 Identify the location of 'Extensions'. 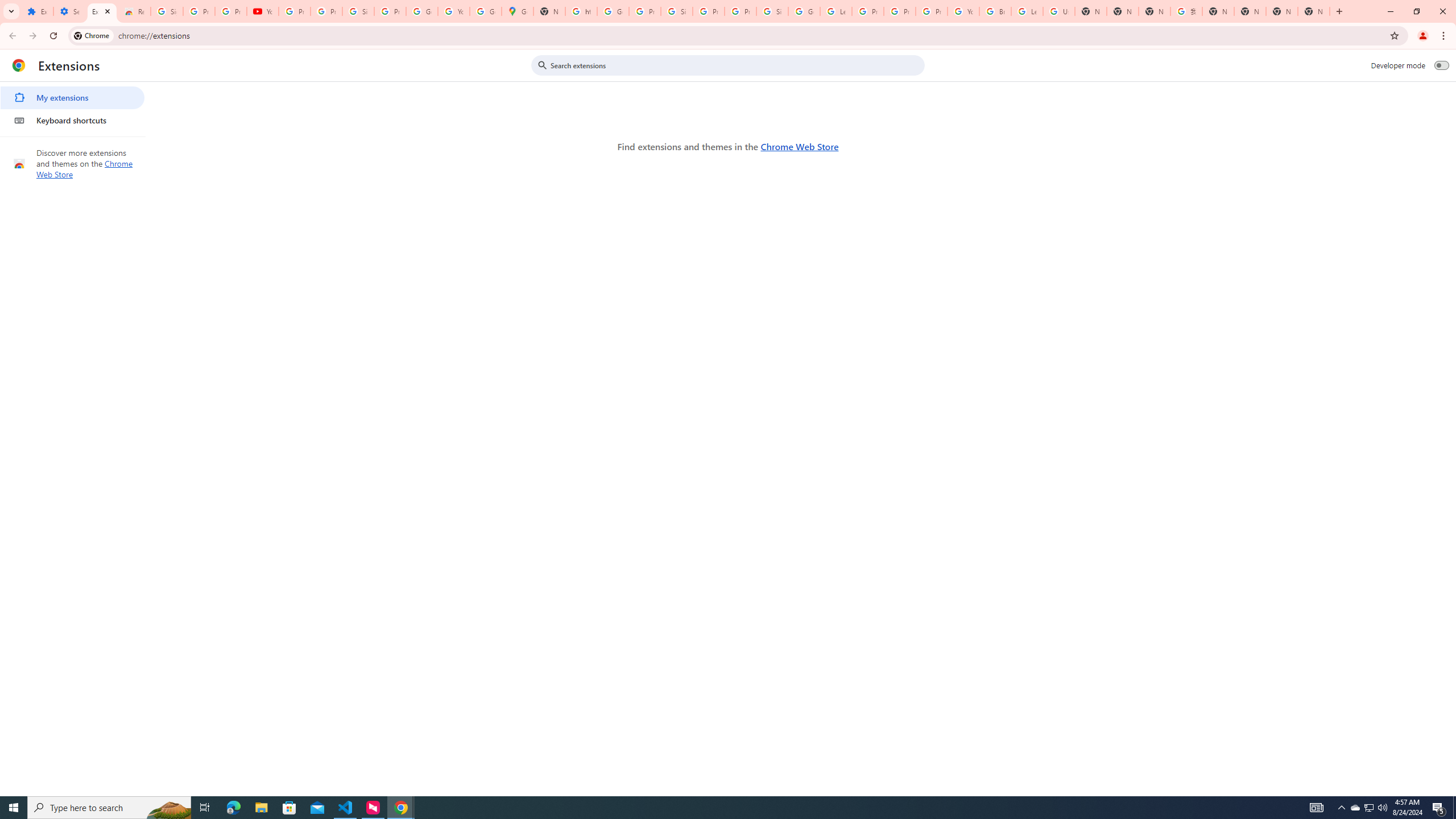
(102, 11).